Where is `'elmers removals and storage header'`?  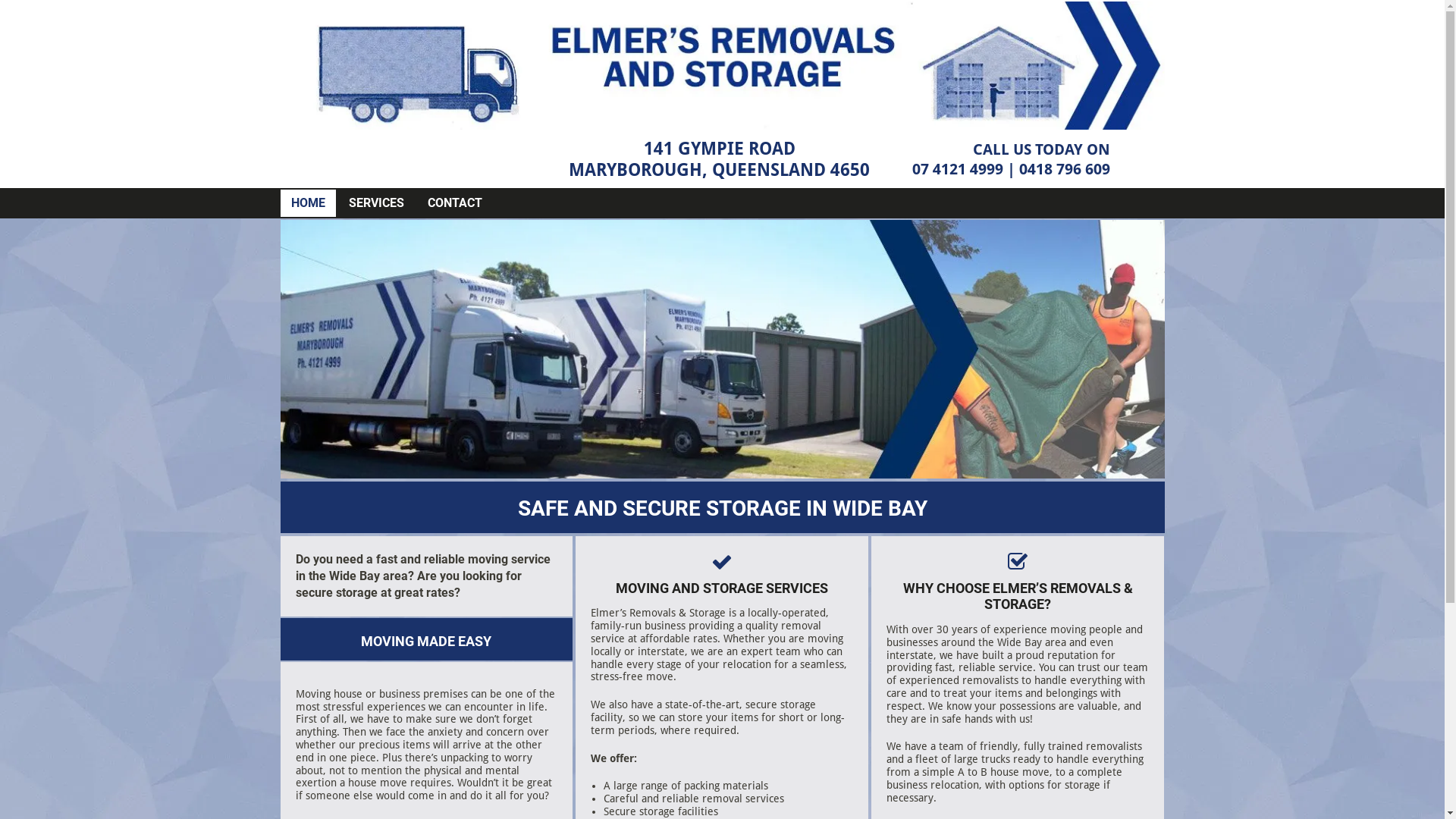 'elmers removals and storage header' is located at coordinates (722, 64).